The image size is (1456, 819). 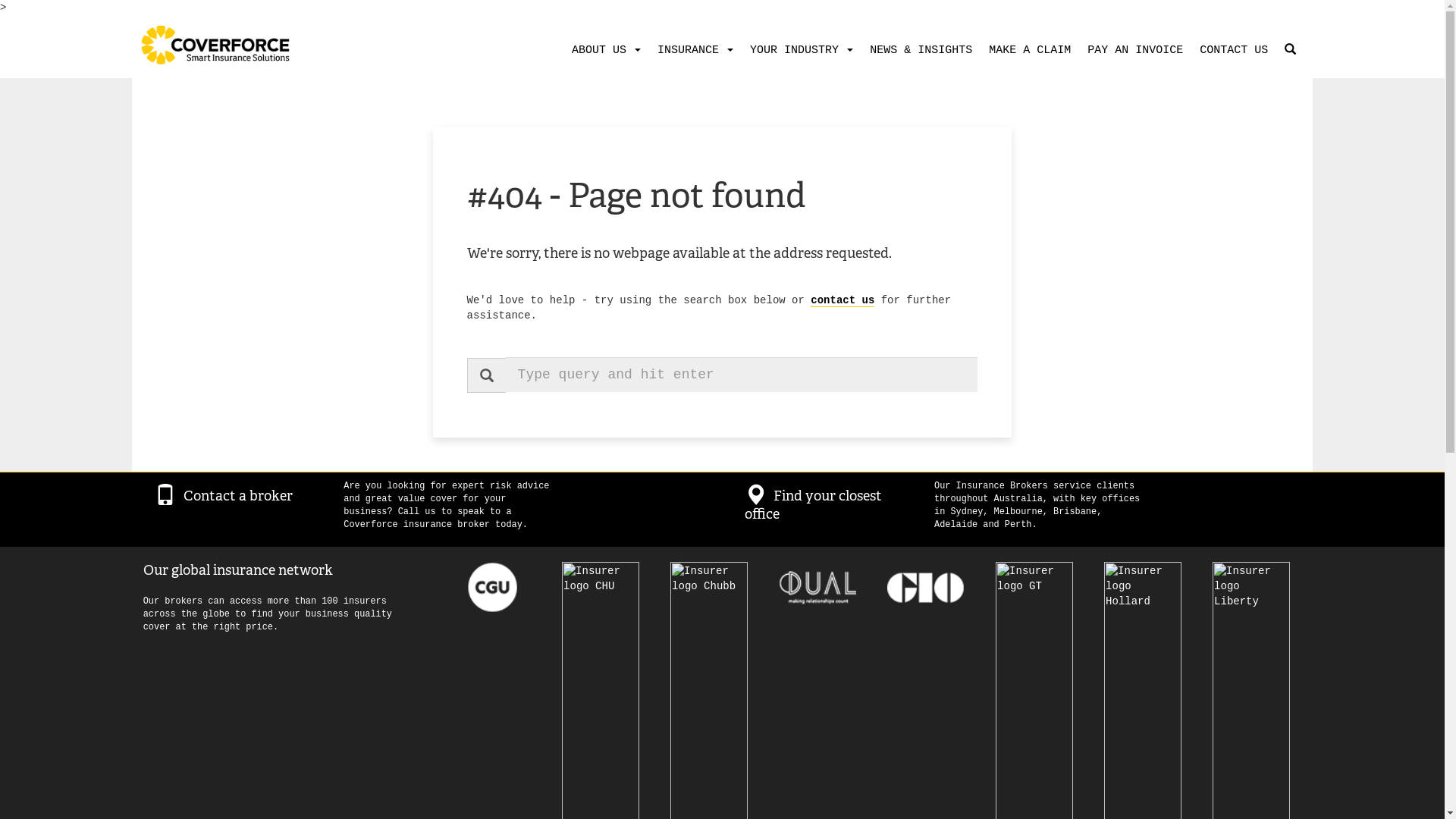 What do you see at coordinates (1230, 49) in the screenshot?
I see `'CONTACT US'` at bounding box center [1230, 49].